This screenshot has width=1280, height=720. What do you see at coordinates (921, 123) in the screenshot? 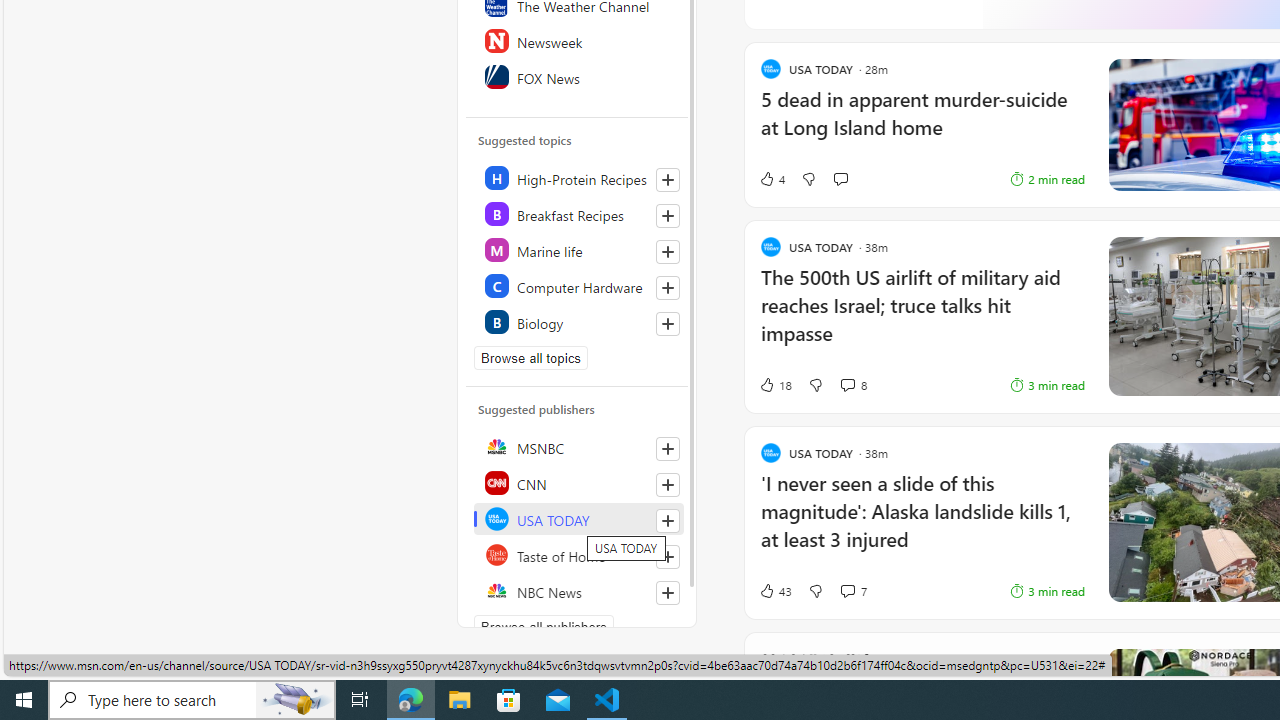
I see `'5 dead in apparent murder-suicide at Long Island home'` at bounding box center [921, 123].